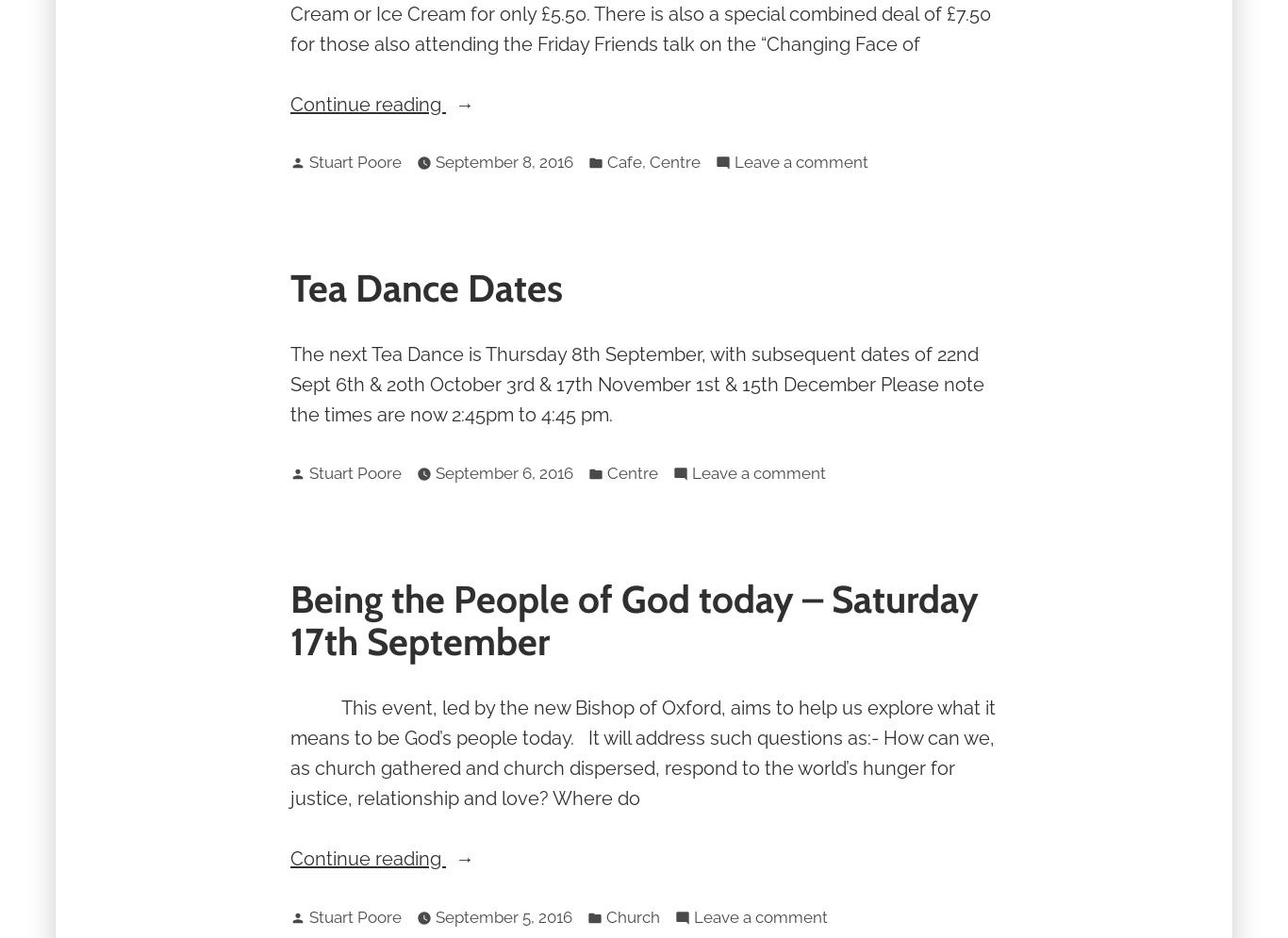 The width and height of the screenshot is (1288, 938). Describe the element at coordinates (634, 617) in the screenshot. I see `'Being the People of God today – Saturday 17th September'` at that location.